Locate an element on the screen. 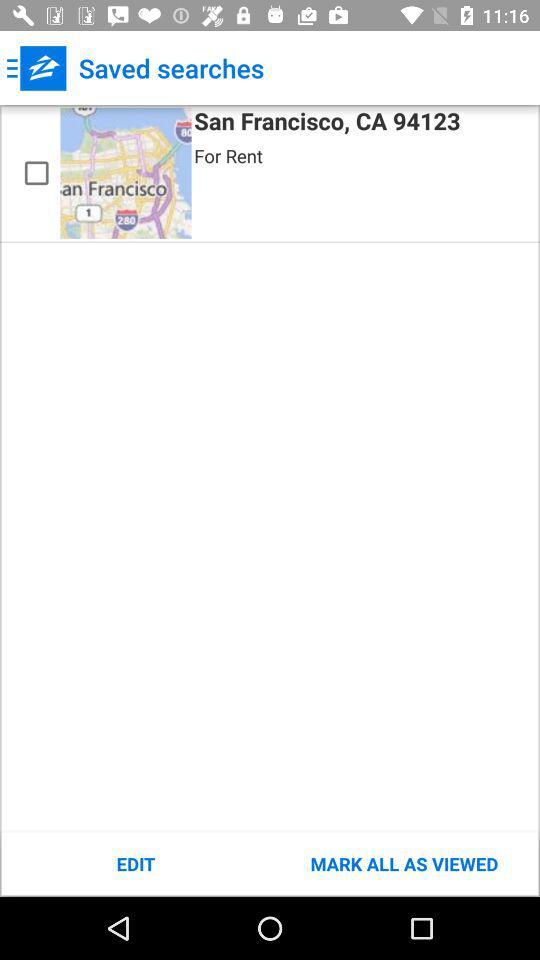 This screenshot has width=540, height=960. the icon above the for rent icon is located at coordinates (327, 123).